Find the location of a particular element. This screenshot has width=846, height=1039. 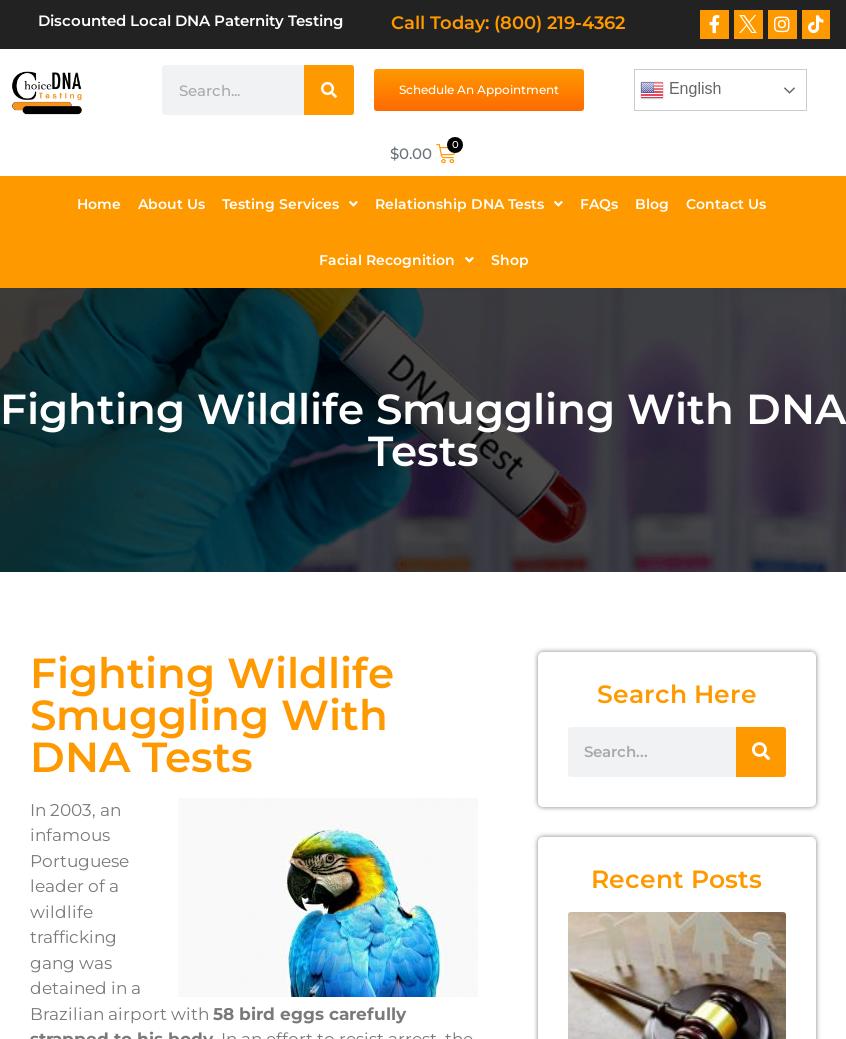

'Contact Us' is located at coordinates (725, 203).